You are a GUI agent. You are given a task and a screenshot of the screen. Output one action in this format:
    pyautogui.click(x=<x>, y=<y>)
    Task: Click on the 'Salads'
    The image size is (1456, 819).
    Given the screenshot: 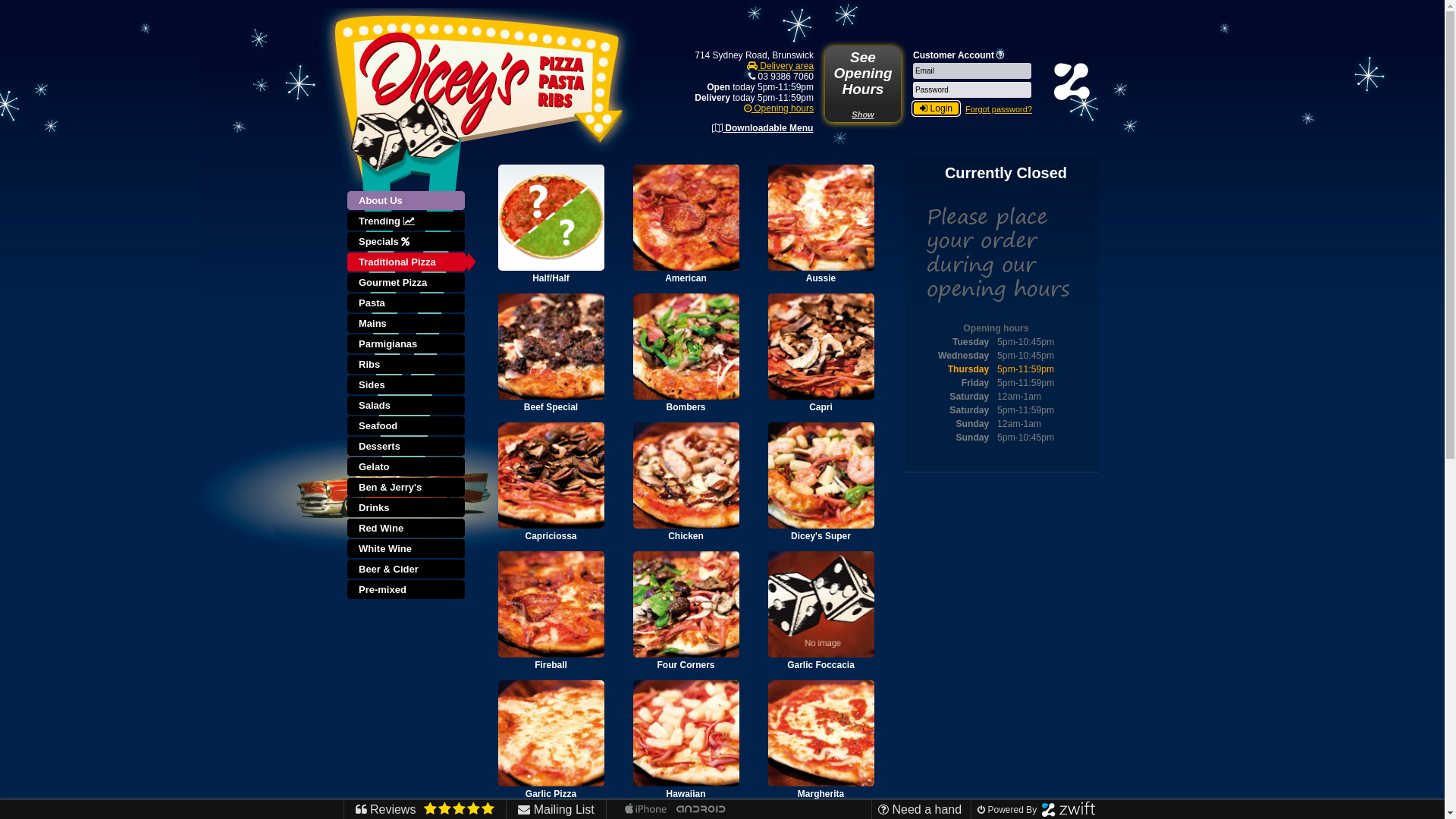 What is the action you would take?
    pyautogui.click(x=407, y=405)
    